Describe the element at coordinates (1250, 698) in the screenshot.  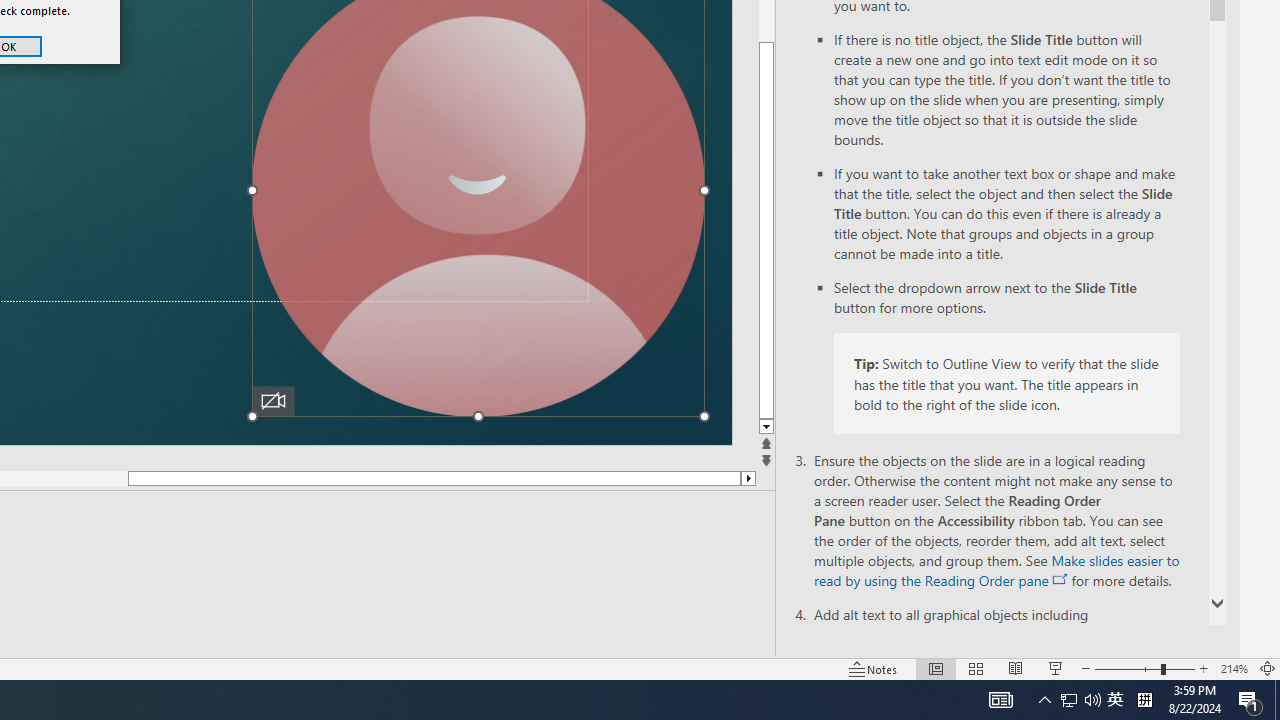
I see `'Action Center, 1 new notification'` at that location.